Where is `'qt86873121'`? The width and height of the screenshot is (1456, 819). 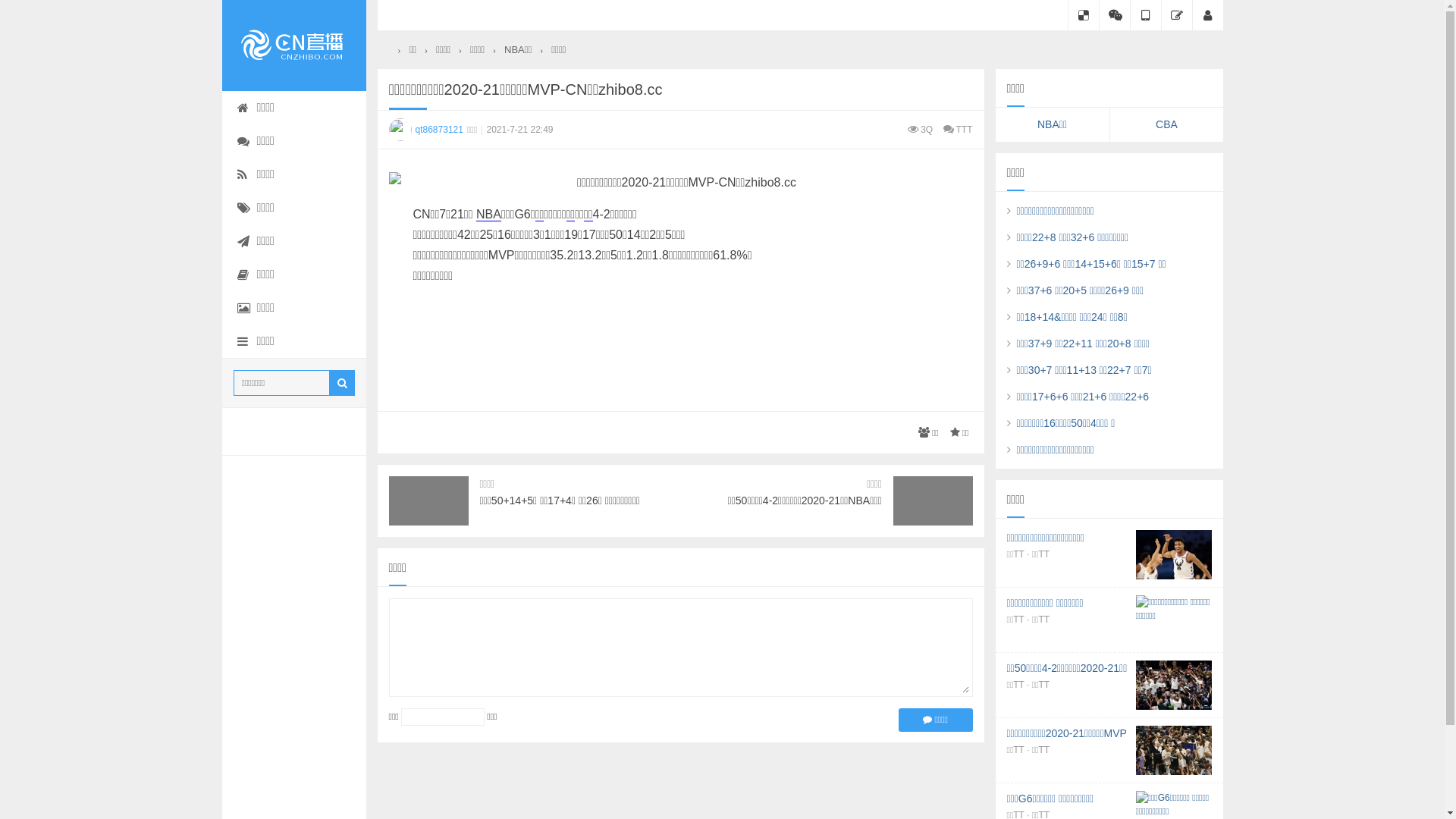
'qt86873121' is located at coordinates (388, 128).